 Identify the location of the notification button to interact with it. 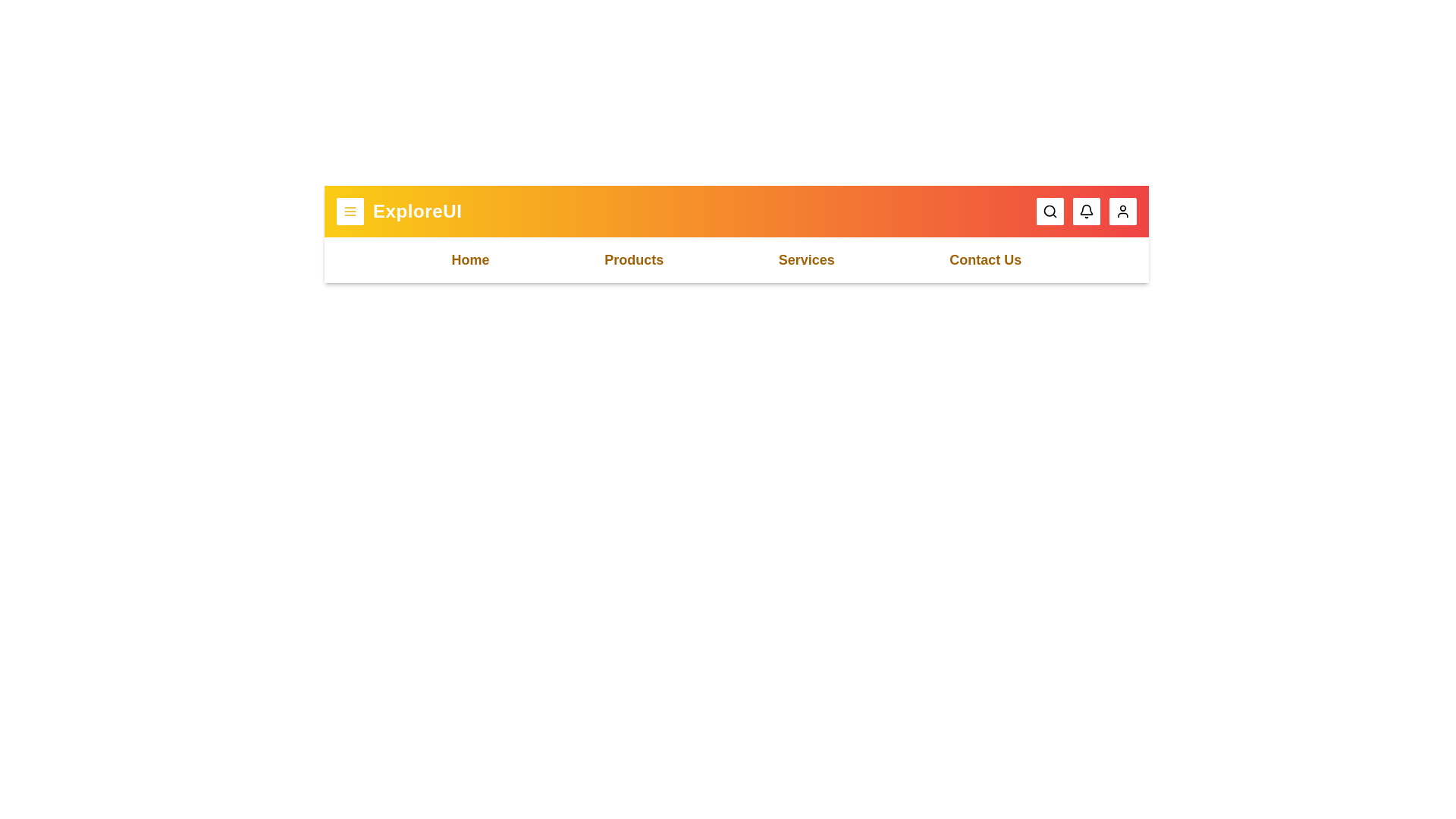
(1086, 211).